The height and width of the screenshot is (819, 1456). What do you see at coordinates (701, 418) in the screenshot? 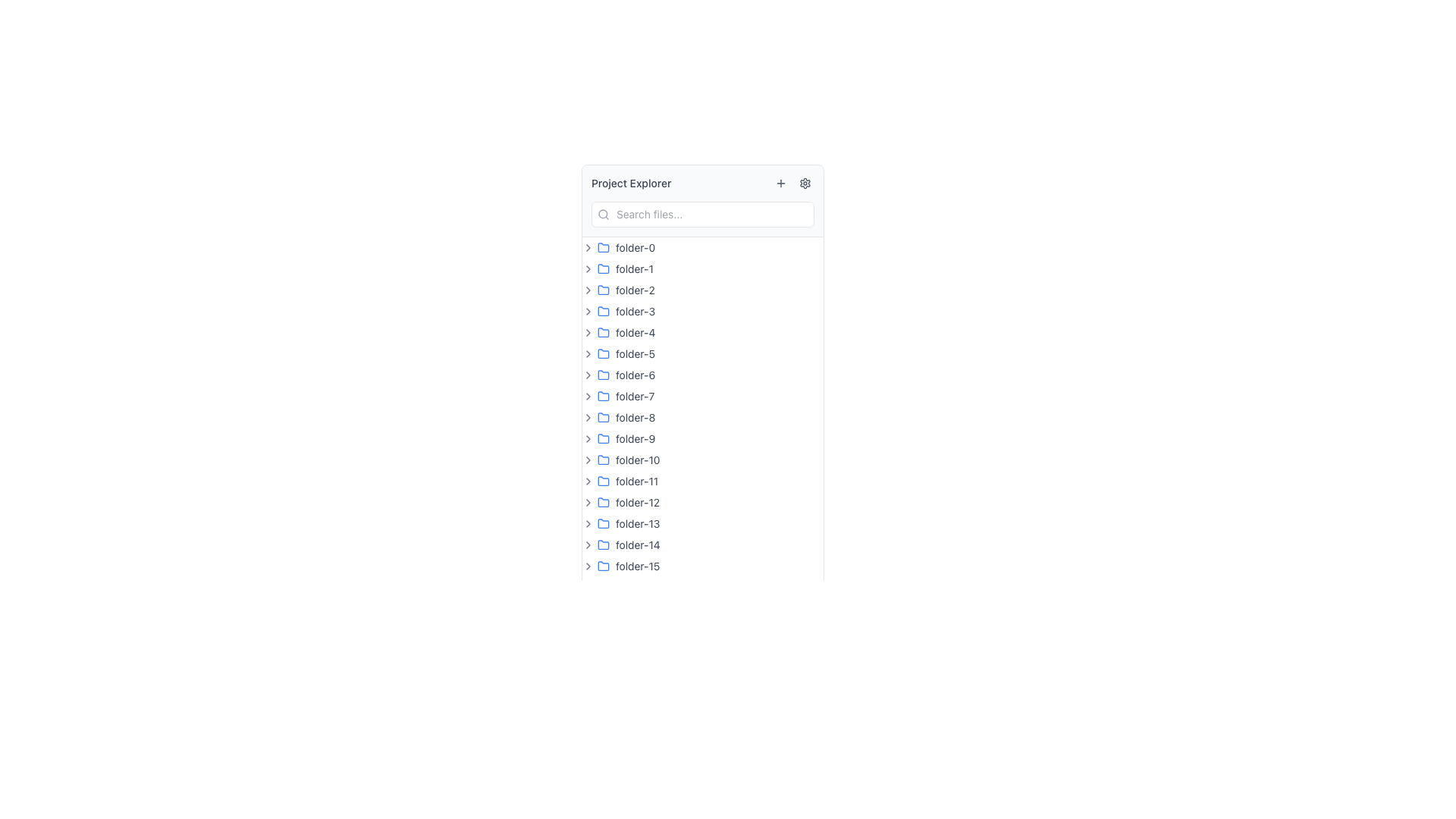
I see `the list item representing the folder named 'folder-8'` at bounding box center [701, 418].